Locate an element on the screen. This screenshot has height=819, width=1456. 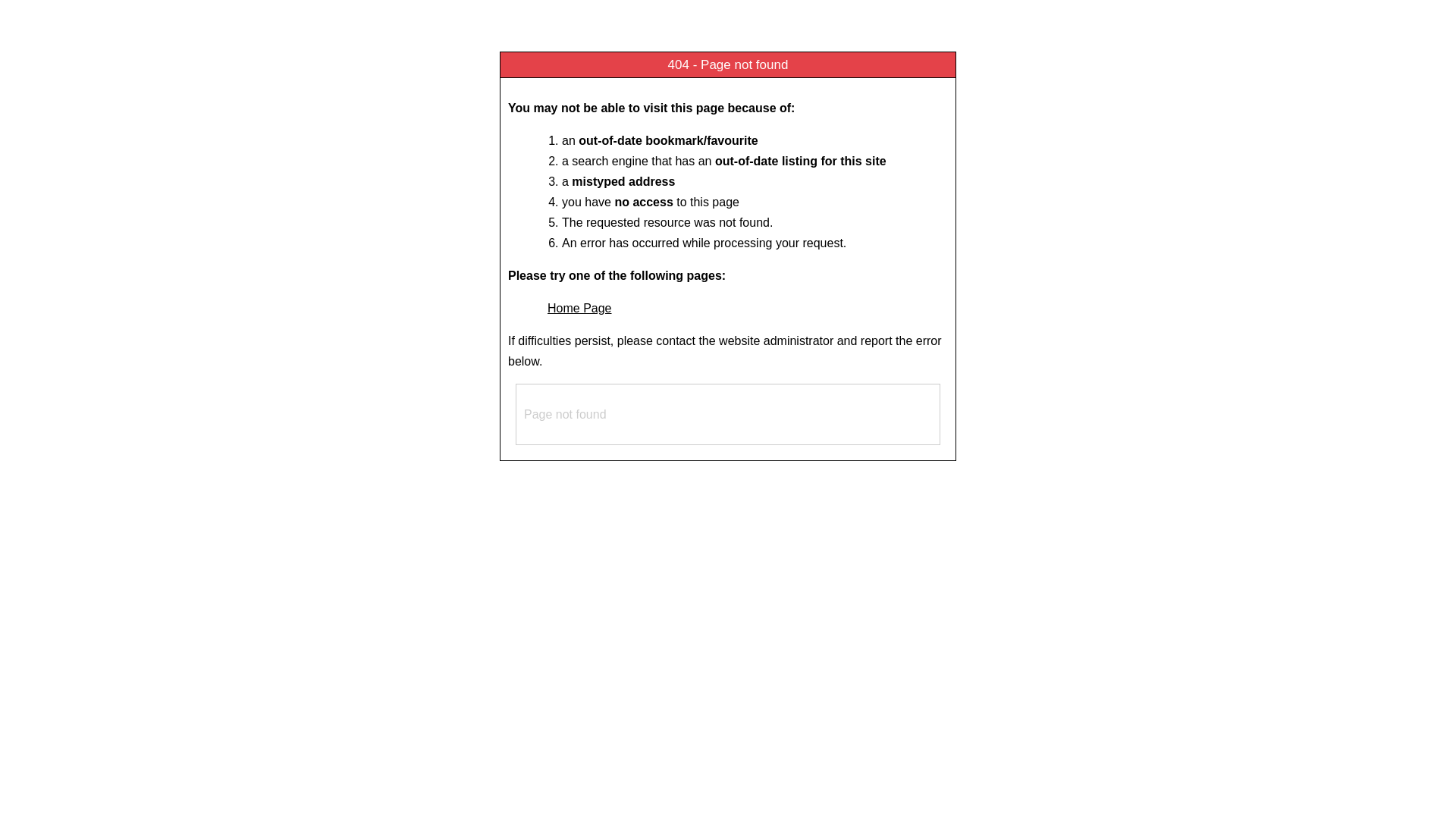
'Home Page' is located at coordinates (546, 307).